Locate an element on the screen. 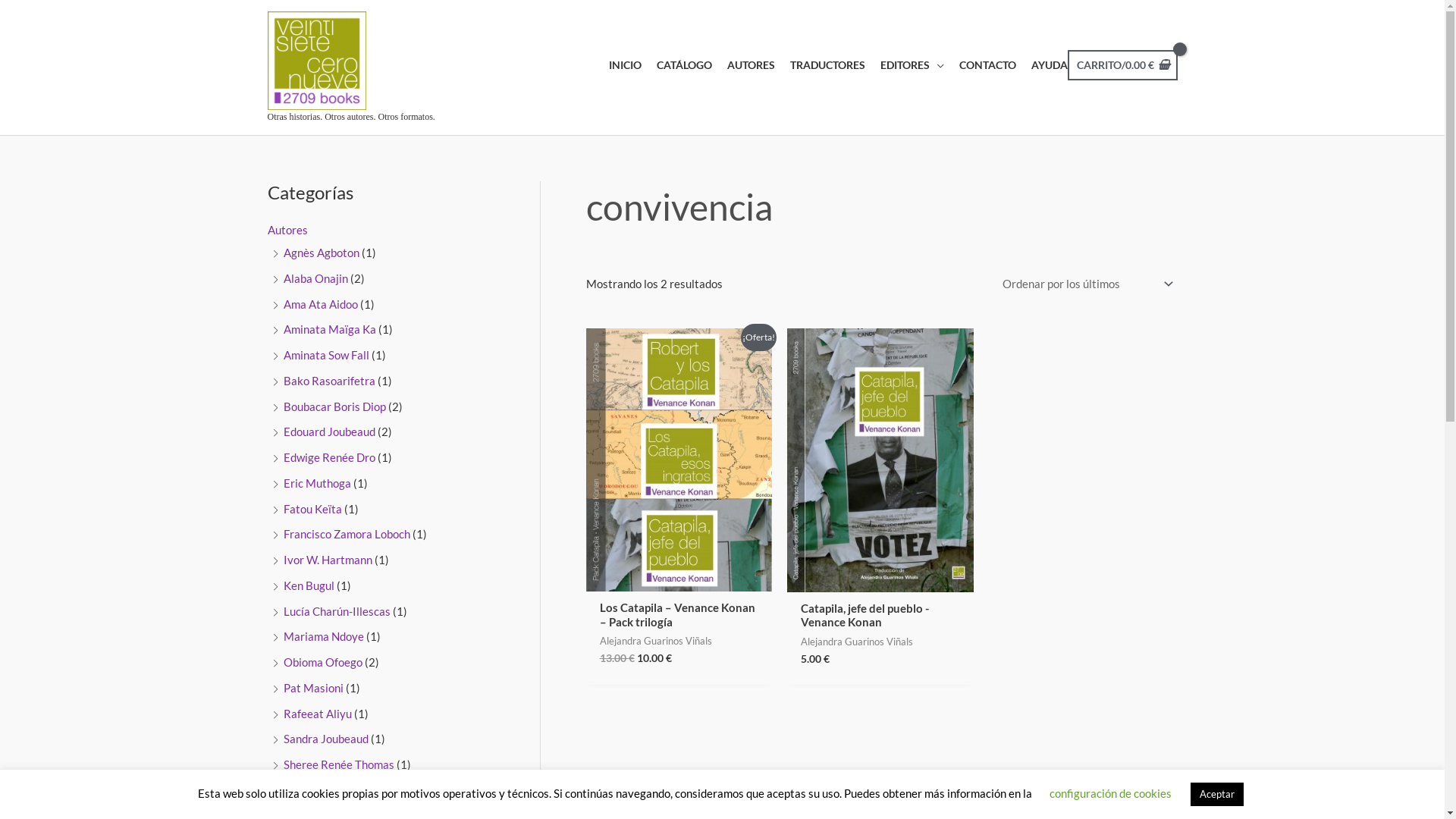  'Eric Muthoga' is located at coordinates (316, 482).